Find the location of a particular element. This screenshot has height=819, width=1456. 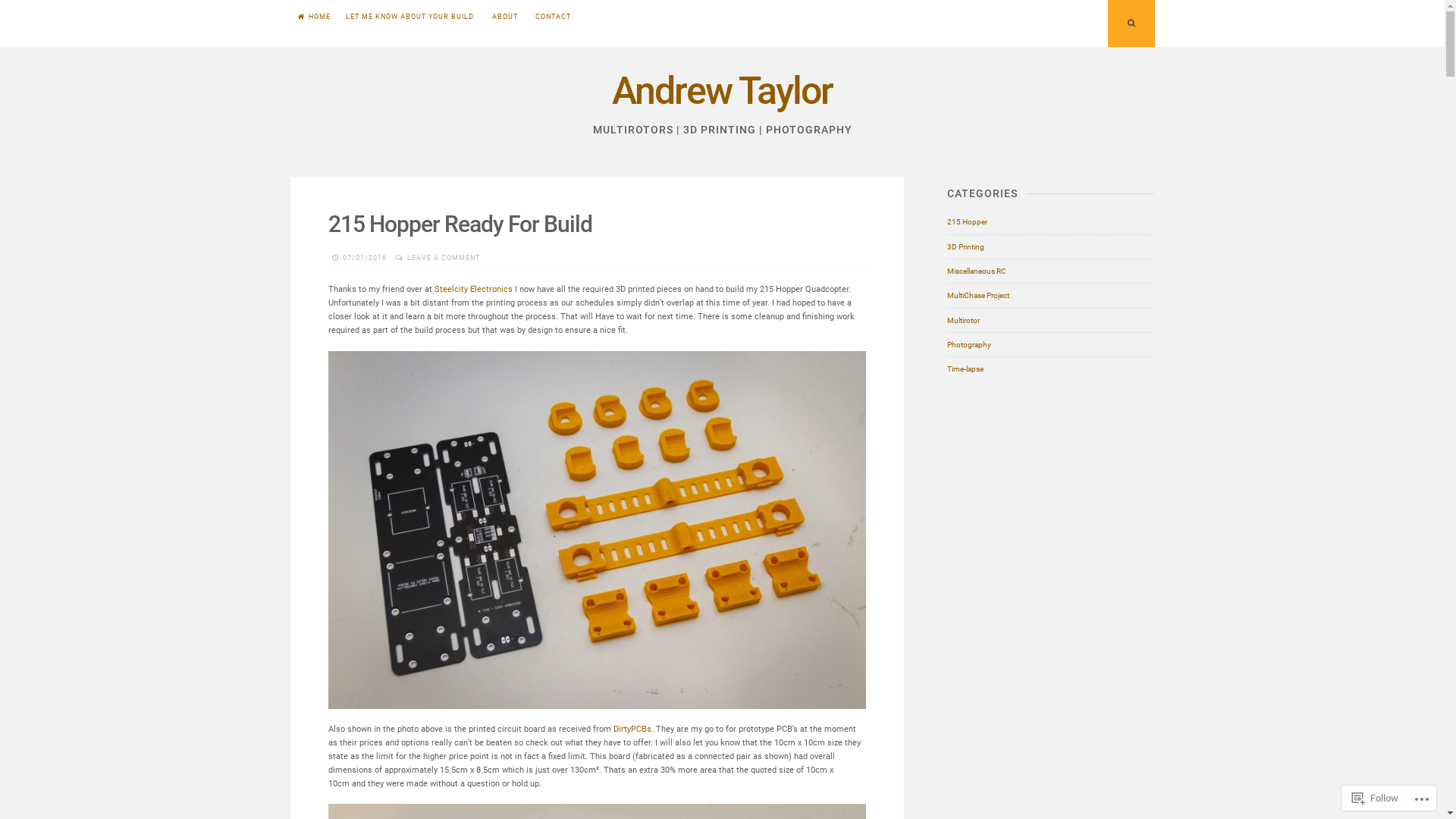

'HOME' is located at coordinates (312, 17).